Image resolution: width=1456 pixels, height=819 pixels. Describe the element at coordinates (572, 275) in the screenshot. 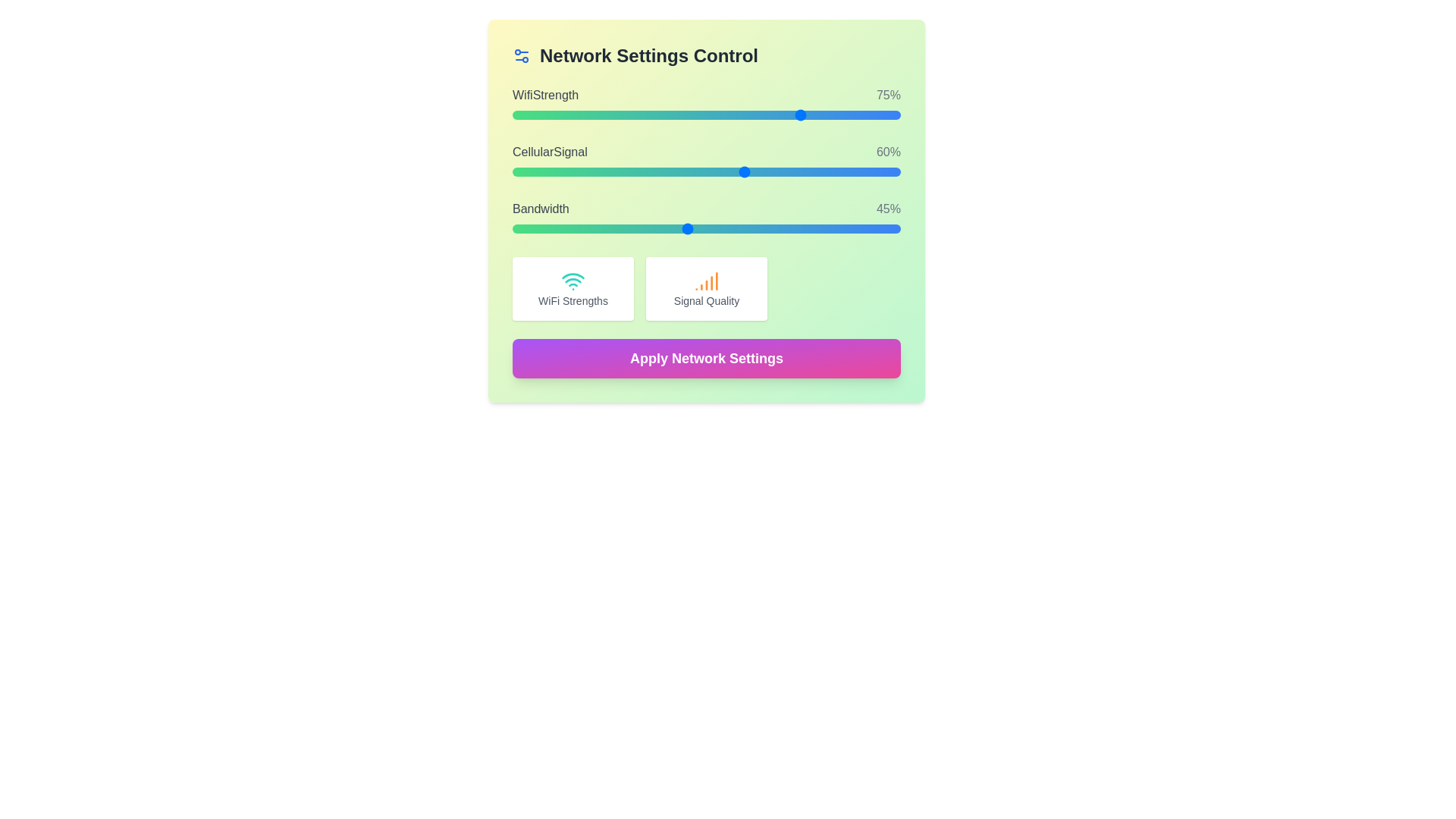

I see `the second arc of the Wi-Fi signal icon, which indicates signal strength, located above the text 'WiFi Strengths'` at that location.